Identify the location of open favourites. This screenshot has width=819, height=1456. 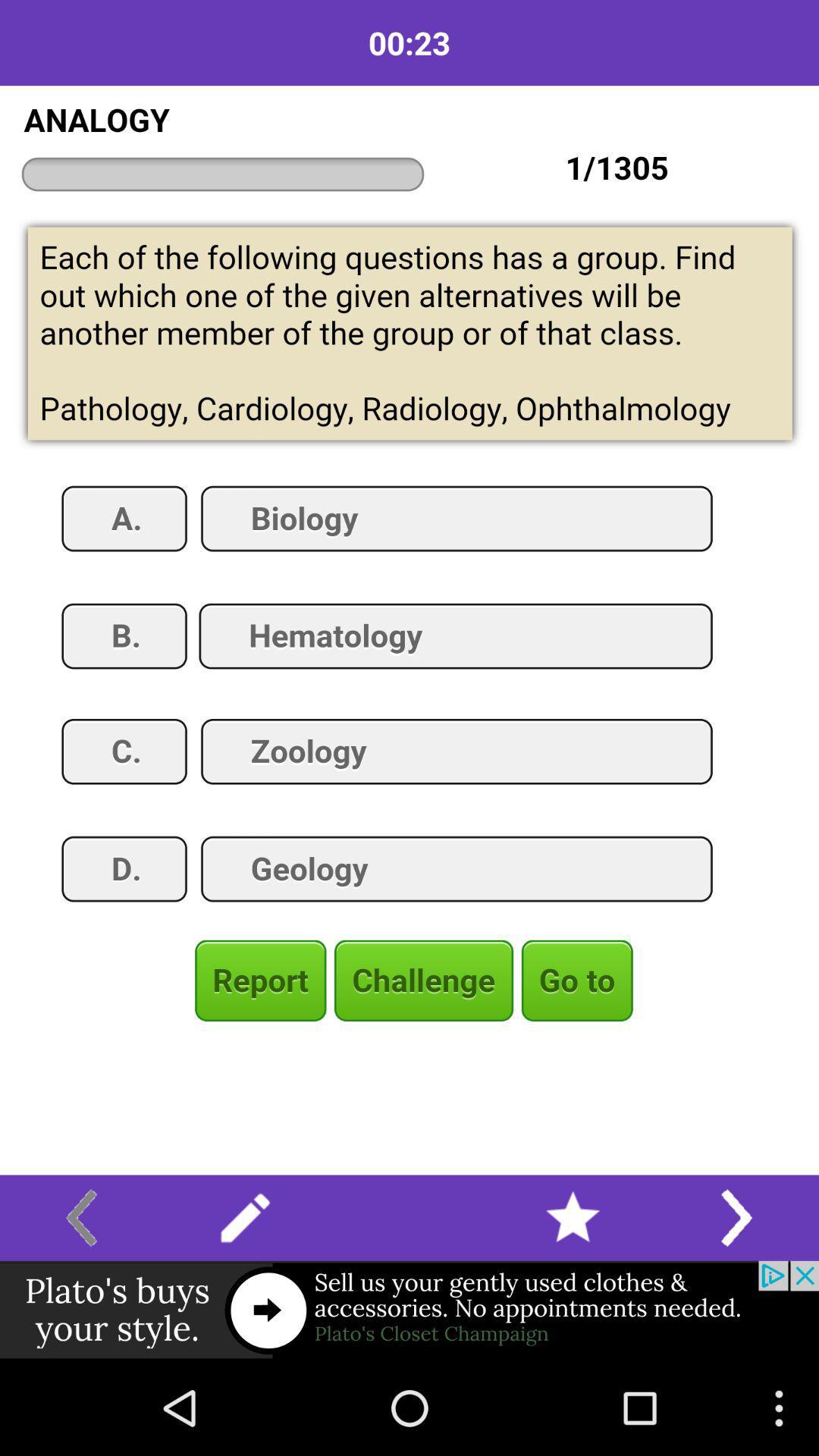
(573, 1218).